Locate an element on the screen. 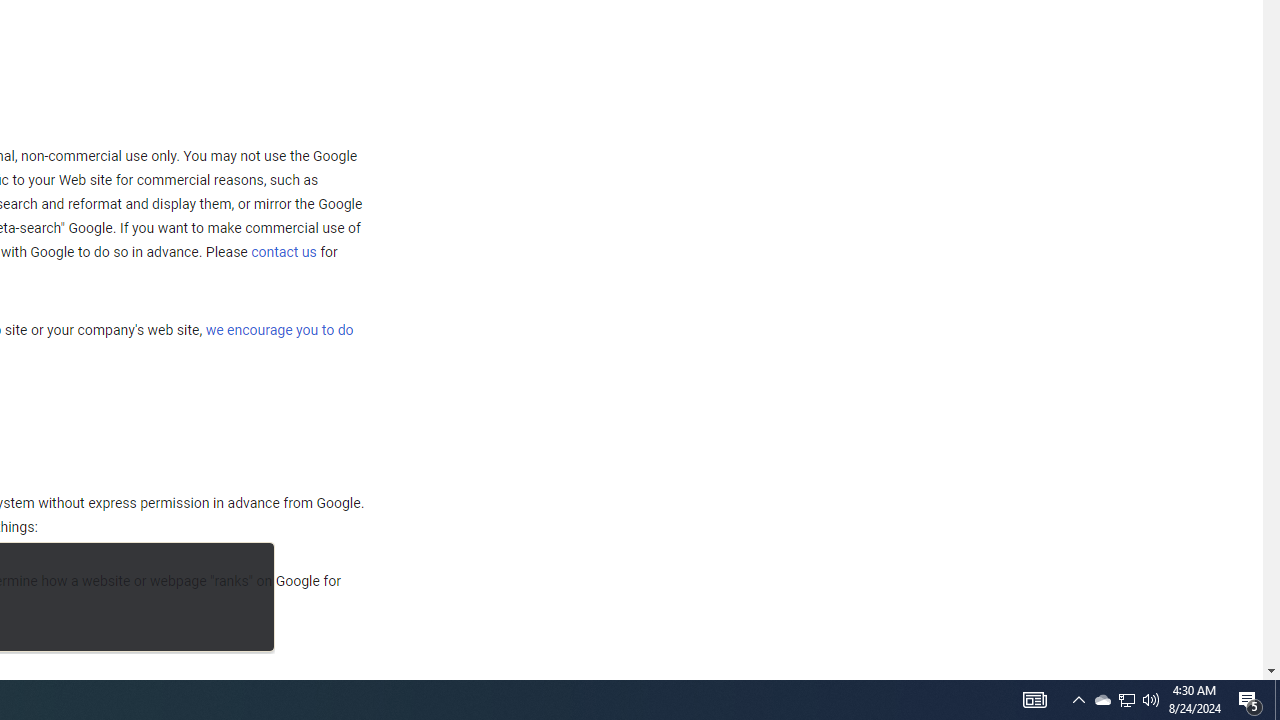 The image size is (1280, 720). 'contact us' is located at coordinates (283, 250).